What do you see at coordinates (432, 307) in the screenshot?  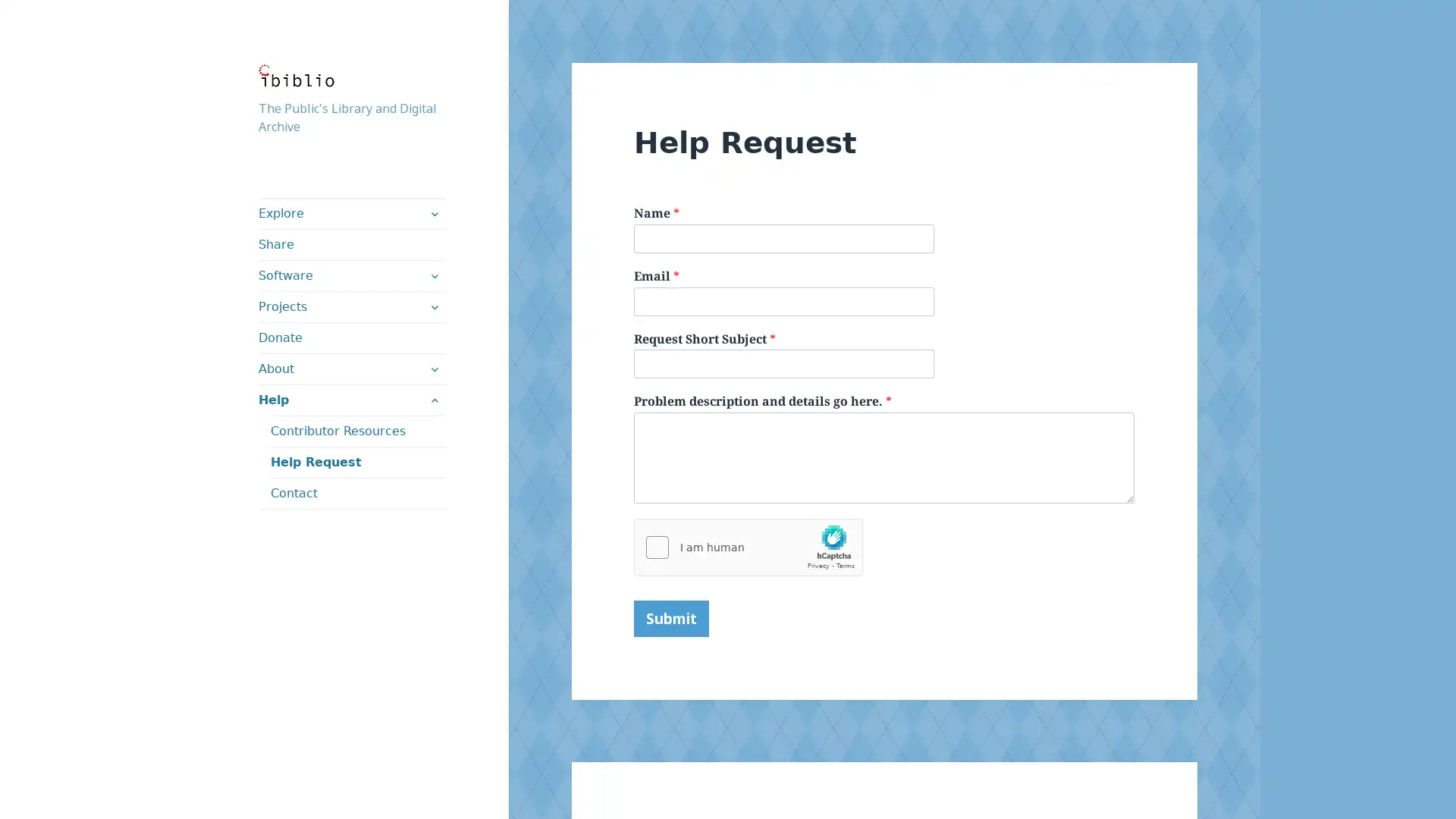 I see `expand child menu` at bounding box center [432, 307].